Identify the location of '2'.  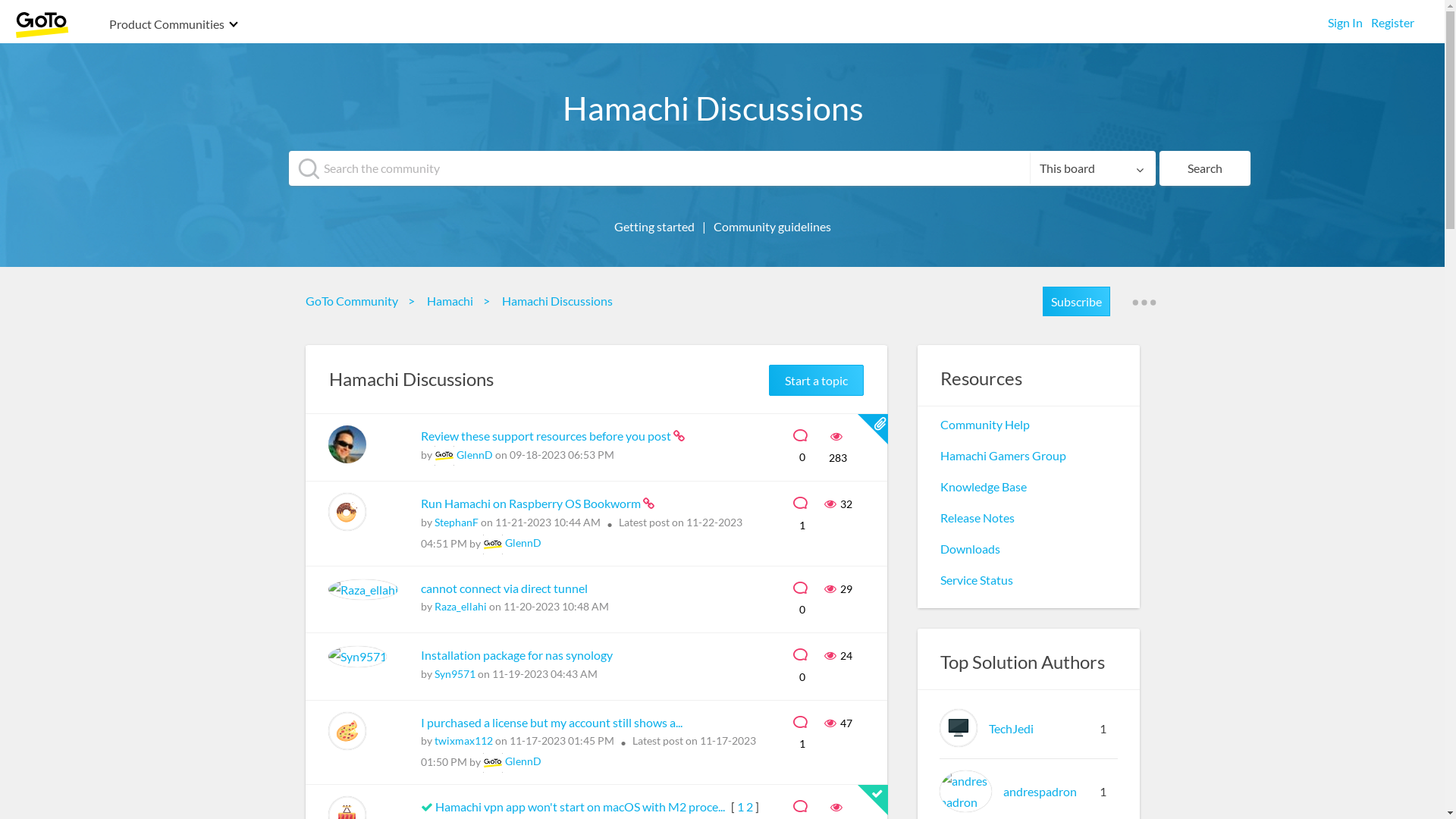
(749, 805).